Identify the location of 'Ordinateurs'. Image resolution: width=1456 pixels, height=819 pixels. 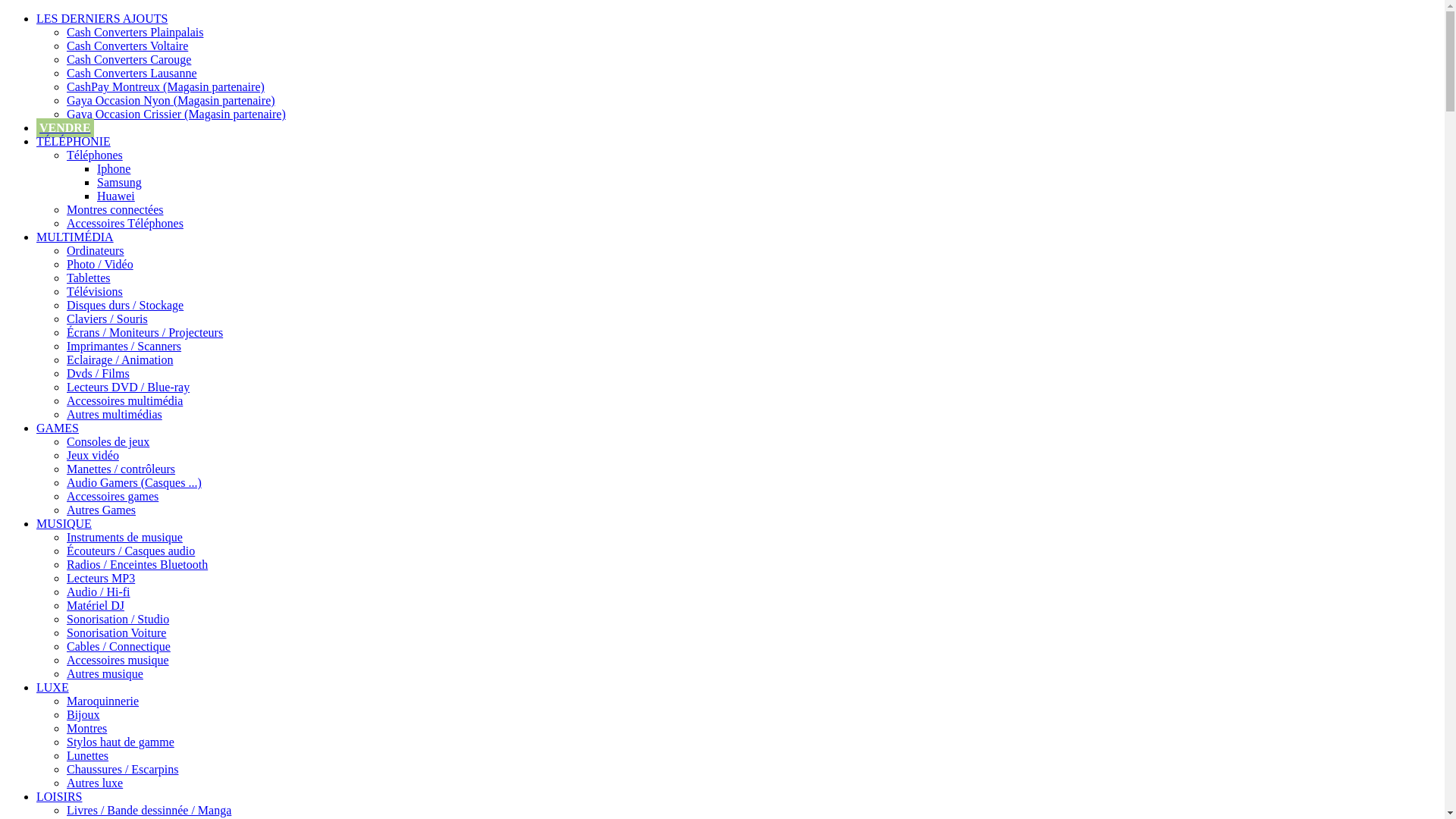
(94, 249).